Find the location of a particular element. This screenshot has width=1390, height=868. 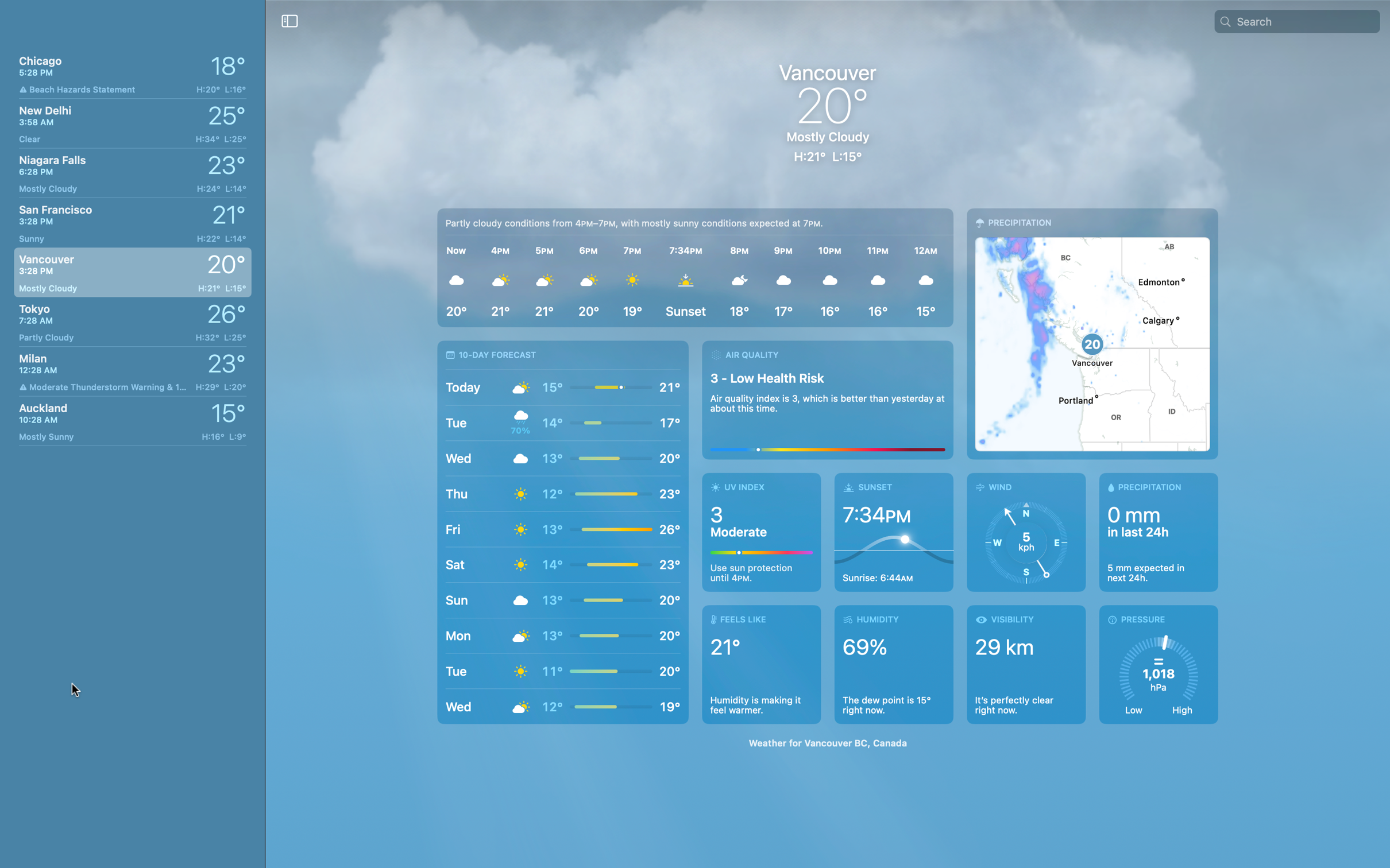

Hide the list of cities on the left panel is located at coordinates (289, 20).